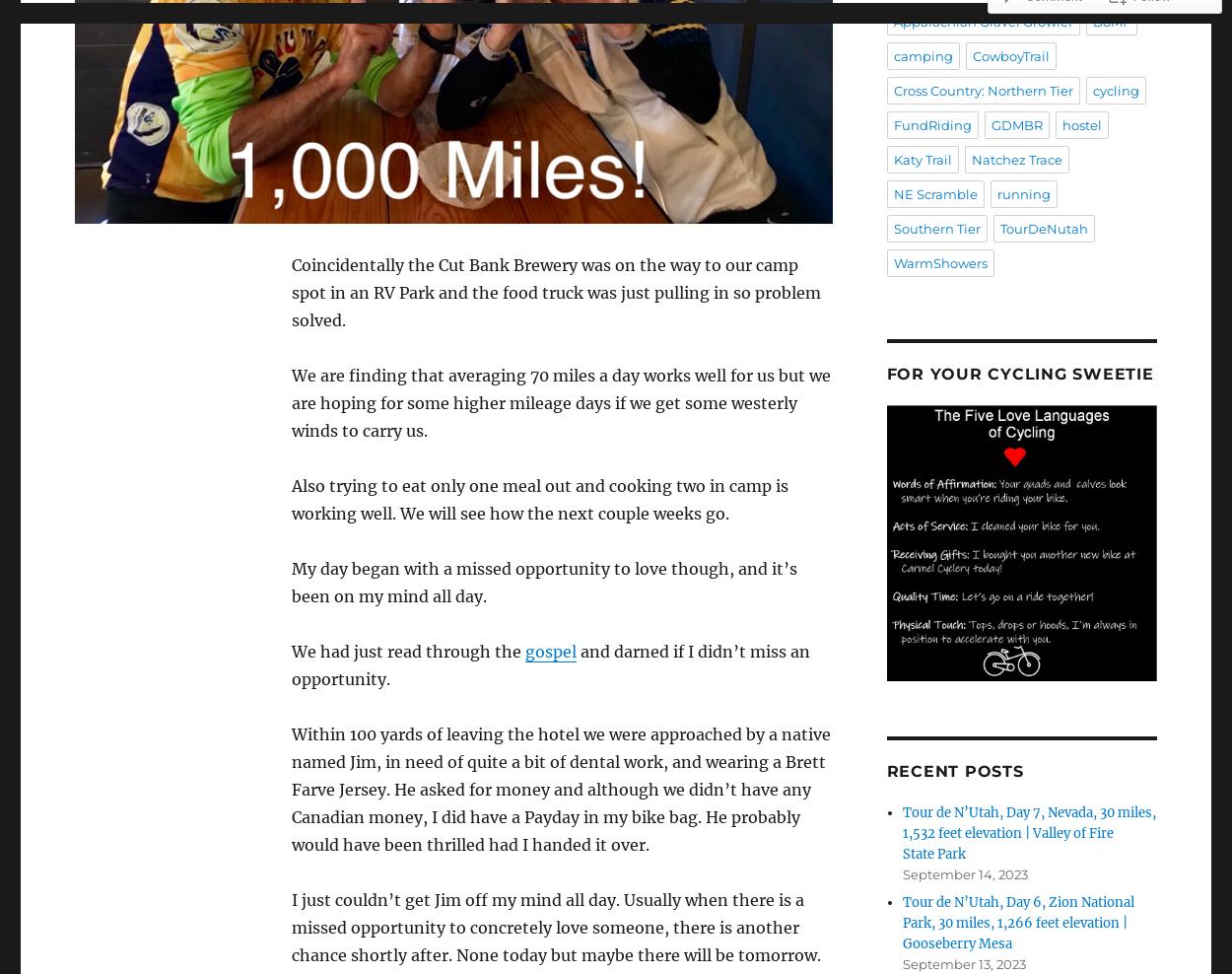 The height and width of the screenshot is (974, 1232). Describe the element at coordinates (1028, 832) in the screenshot. I see `'Tour de N’Utah, Day 7, Nevada, 30 miles, 1,532 feet elevation | Valley of Fire State Park'` at that location.